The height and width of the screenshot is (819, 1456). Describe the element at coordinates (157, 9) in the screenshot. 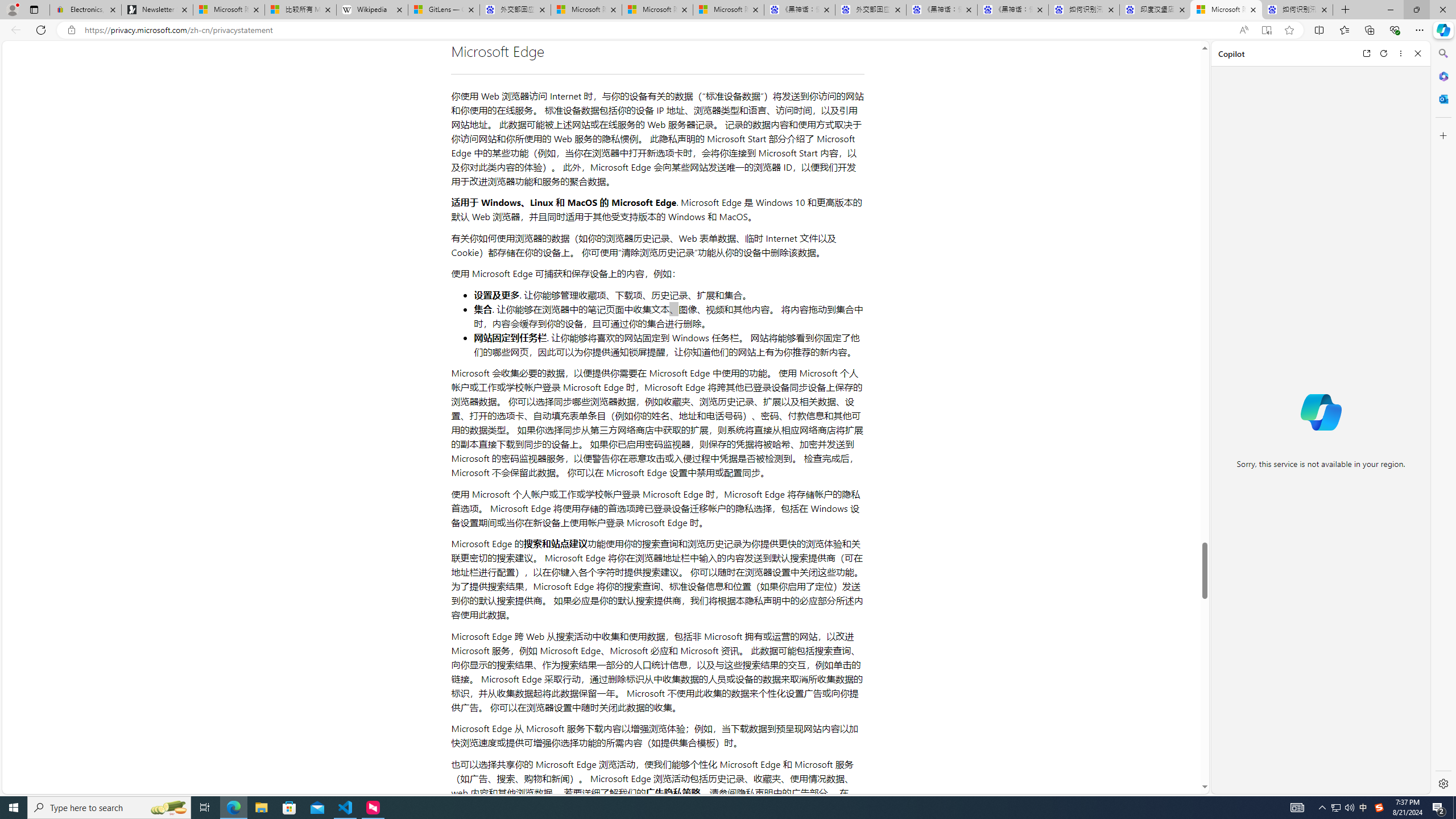

I see `'Newsletter Sign Up'` at that location.